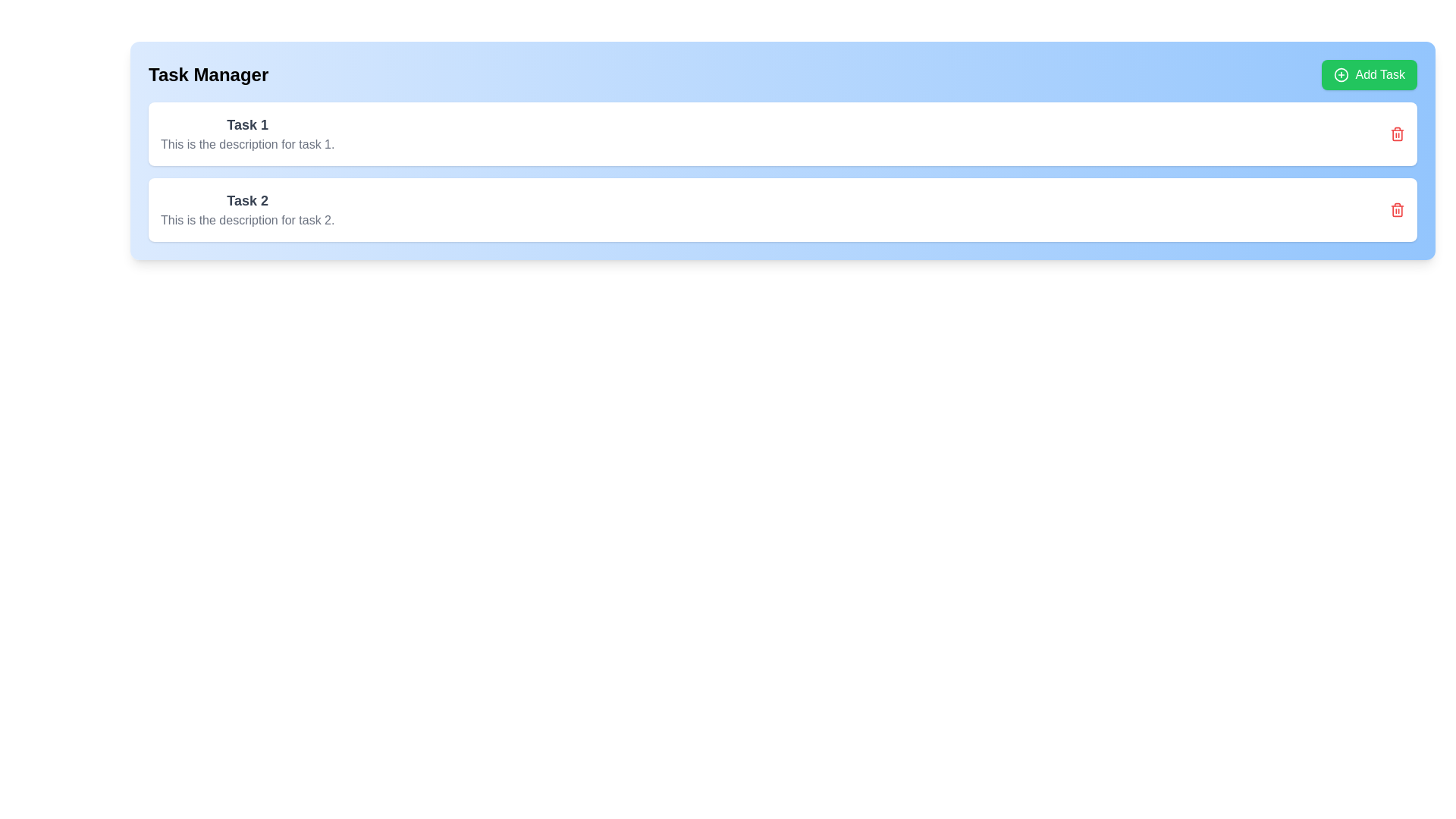 This screenshot has height=819, width=1456. Describe the element at coordinates (208, 75) in the screenshot. I see `the 'Task Manager' text label, which is a bold, large font element located at the top-left area of the interface against a blue background` at that location.